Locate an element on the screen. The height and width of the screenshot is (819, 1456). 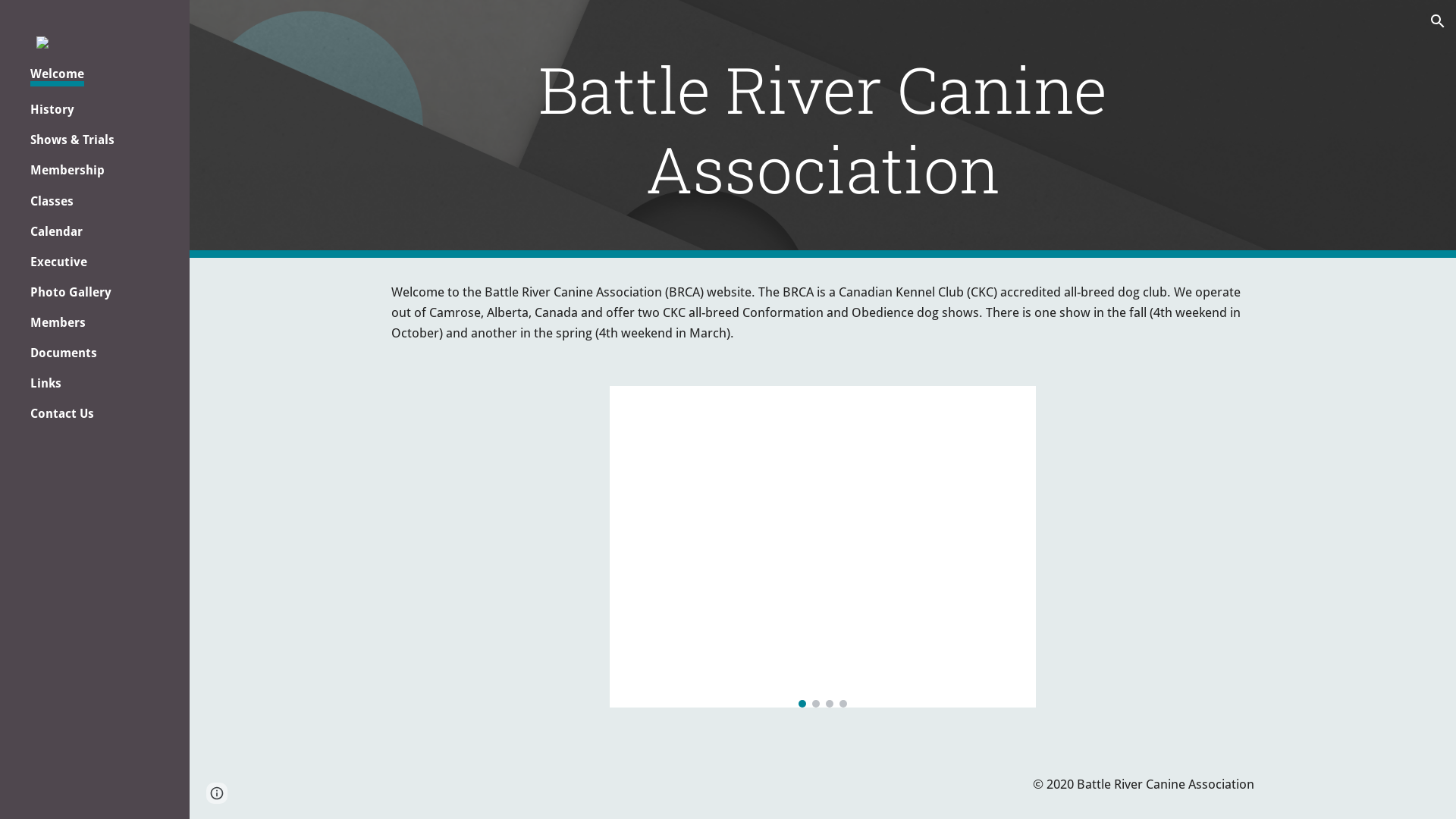
'Shows & Trials' is located at coordinates (71, 140).